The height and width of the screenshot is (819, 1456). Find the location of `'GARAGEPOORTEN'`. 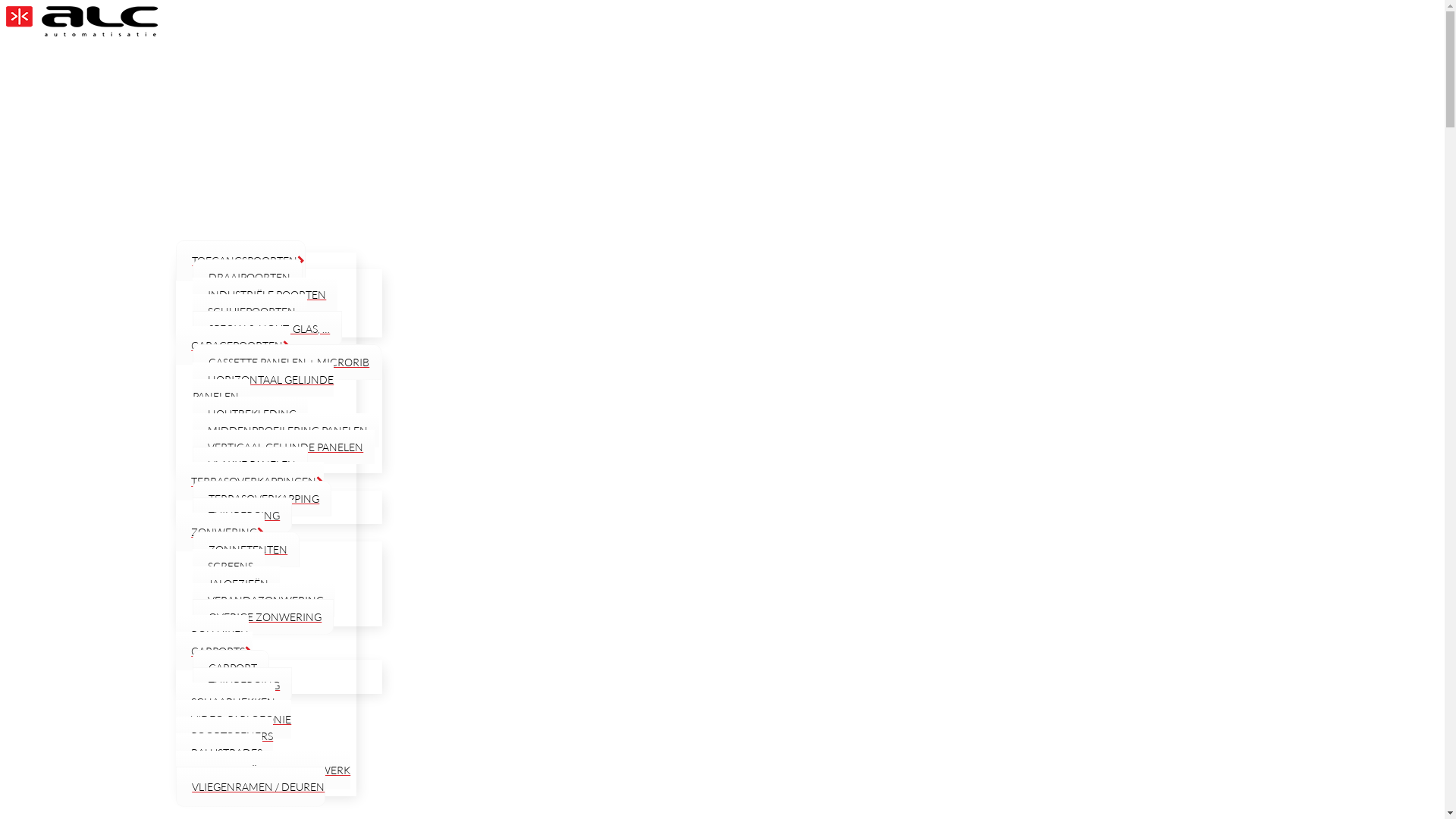

'GARAGEPOORTEN' is located at coordinates (232, 345).